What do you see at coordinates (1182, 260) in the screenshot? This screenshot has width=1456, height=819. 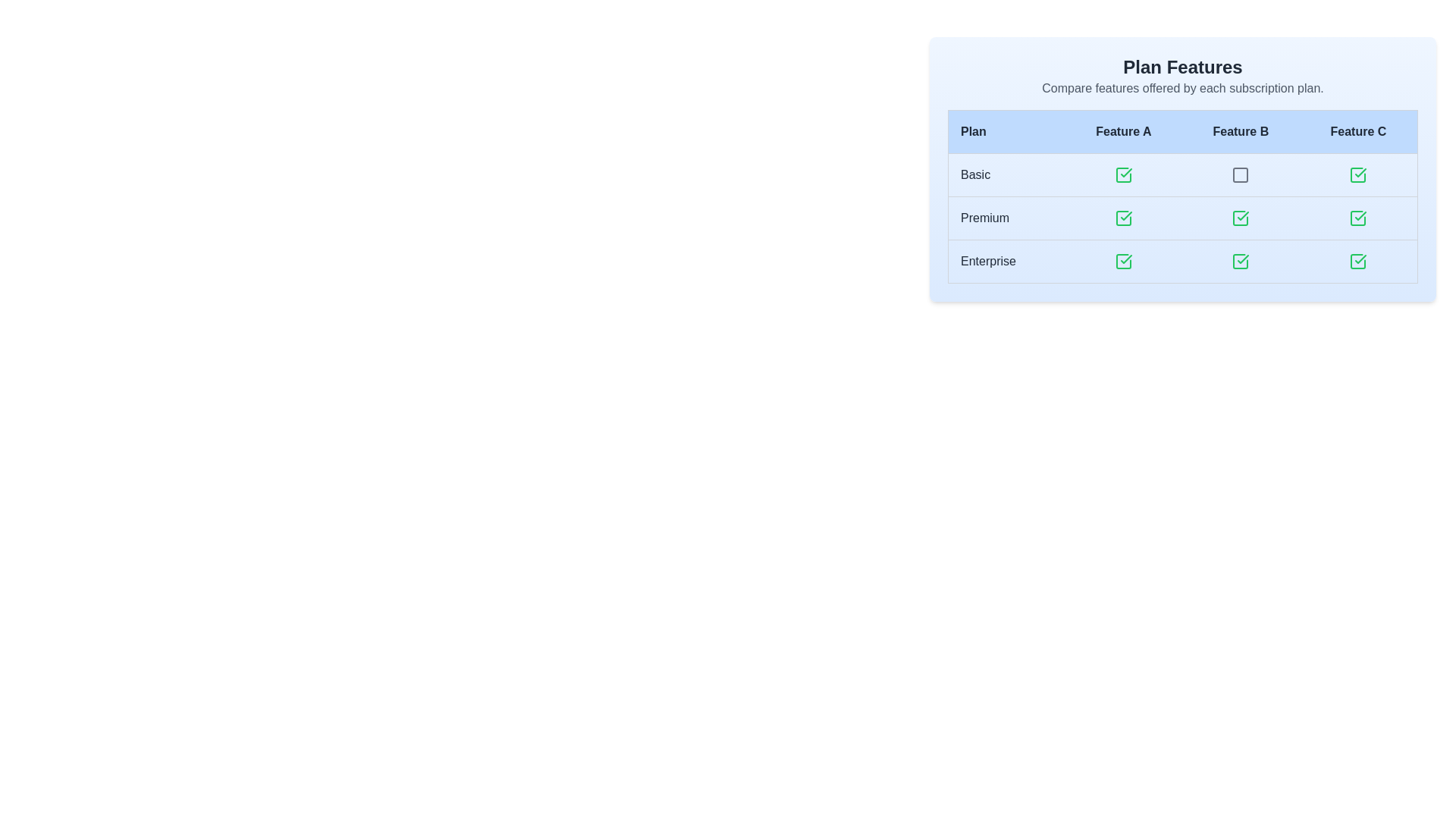 I see `the third row labeled 'Enterprise' in the pricing comparison table` at bounding box center [1182, 260].